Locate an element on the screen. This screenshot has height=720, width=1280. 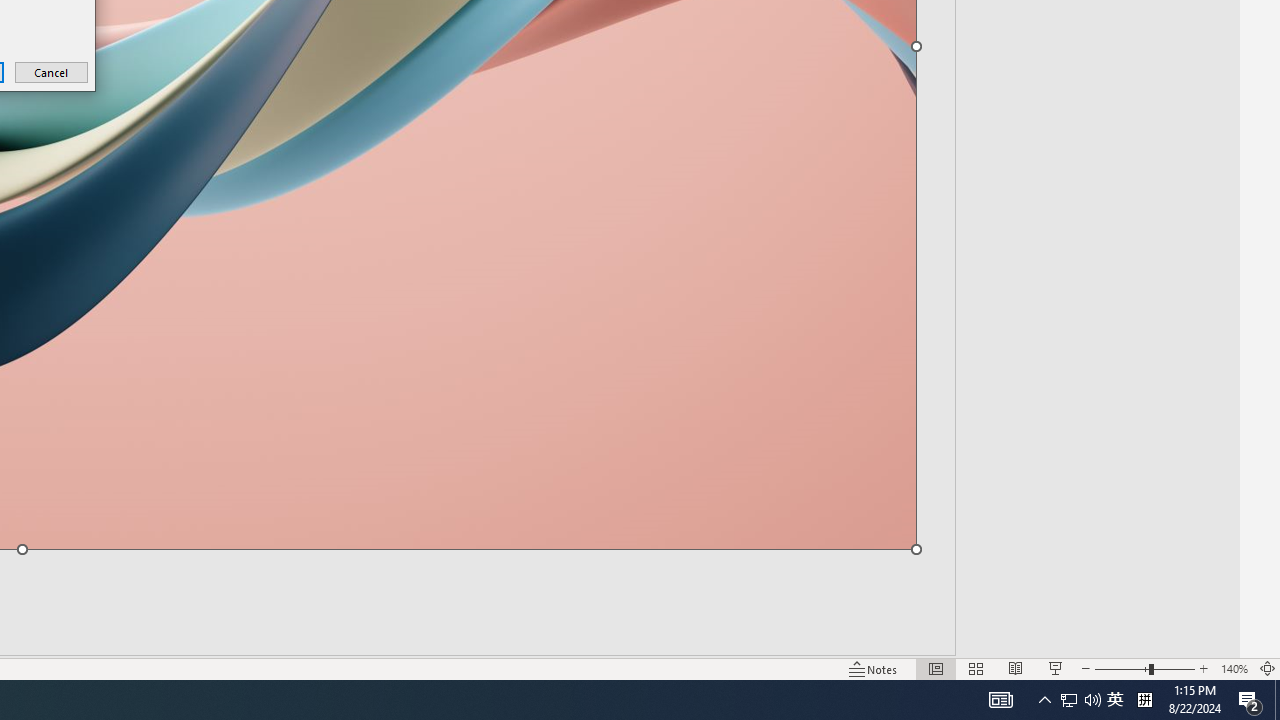
'Cancel' is located at coordinates (51, 71).